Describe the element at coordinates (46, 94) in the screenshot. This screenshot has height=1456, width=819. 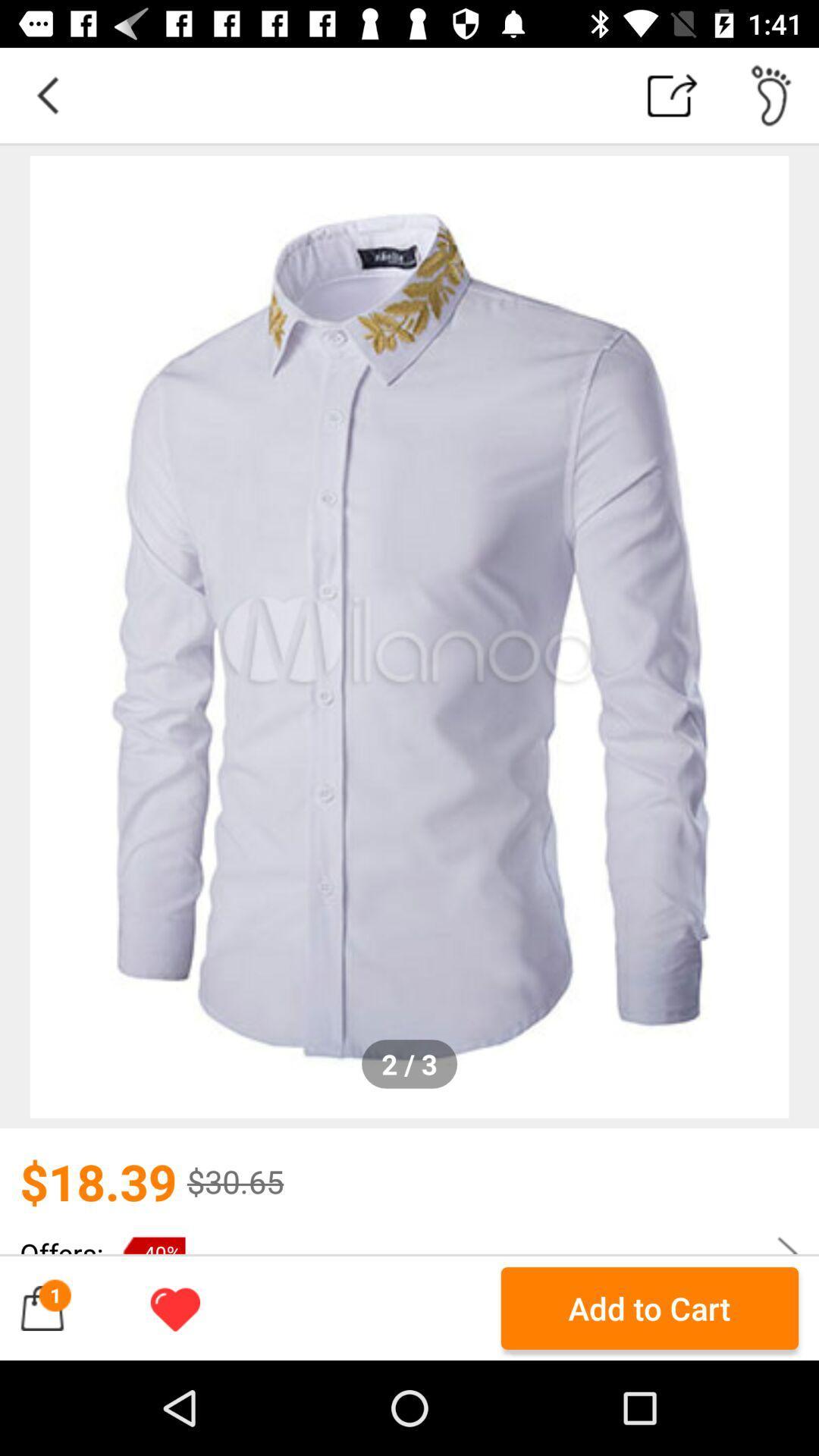
I see `go back` at that location.